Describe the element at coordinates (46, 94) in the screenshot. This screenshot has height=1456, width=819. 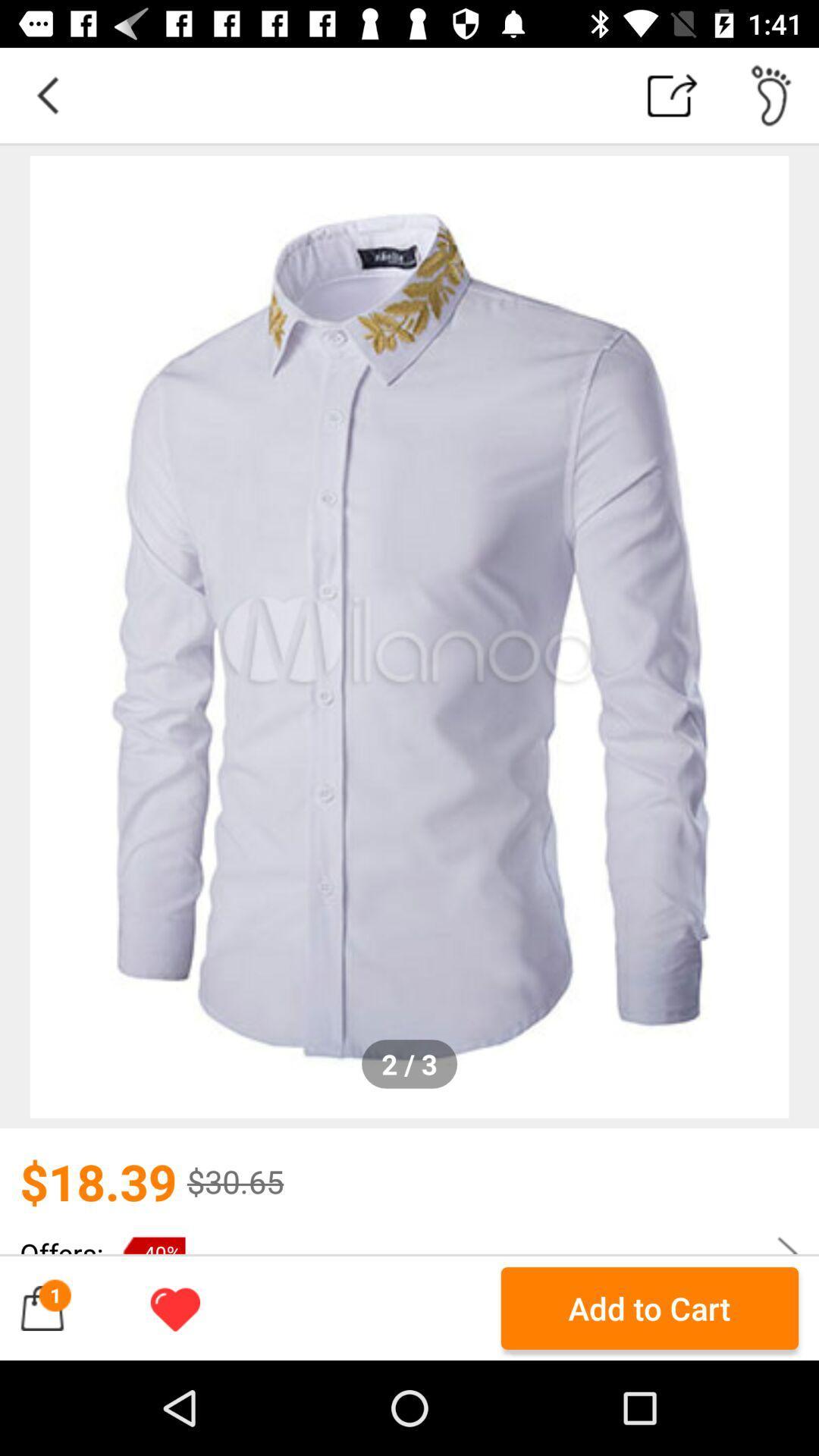
I see `go back` at that location.